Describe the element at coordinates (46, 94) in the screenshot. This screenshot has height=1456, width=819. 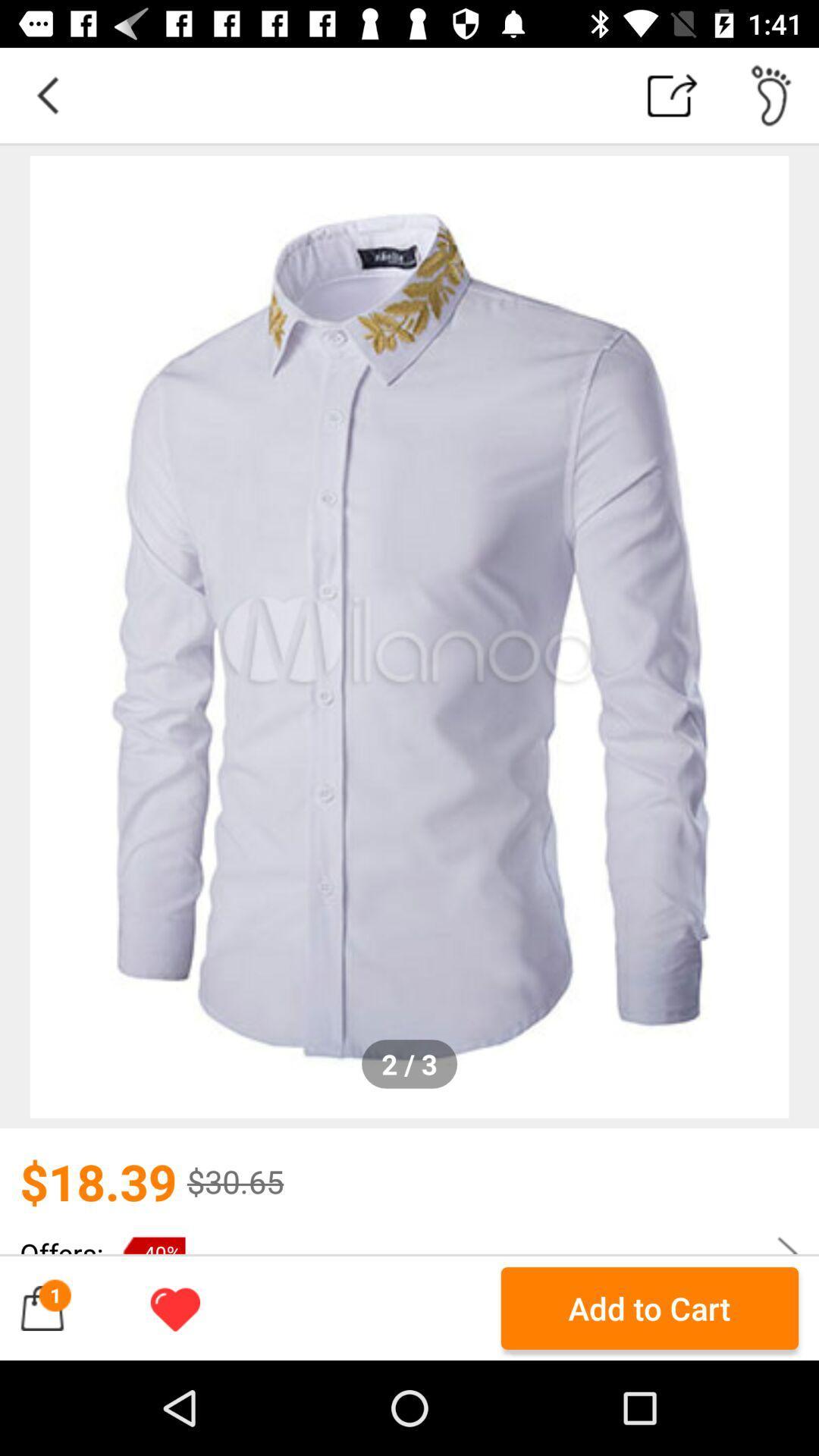
I see `go back` at that location.